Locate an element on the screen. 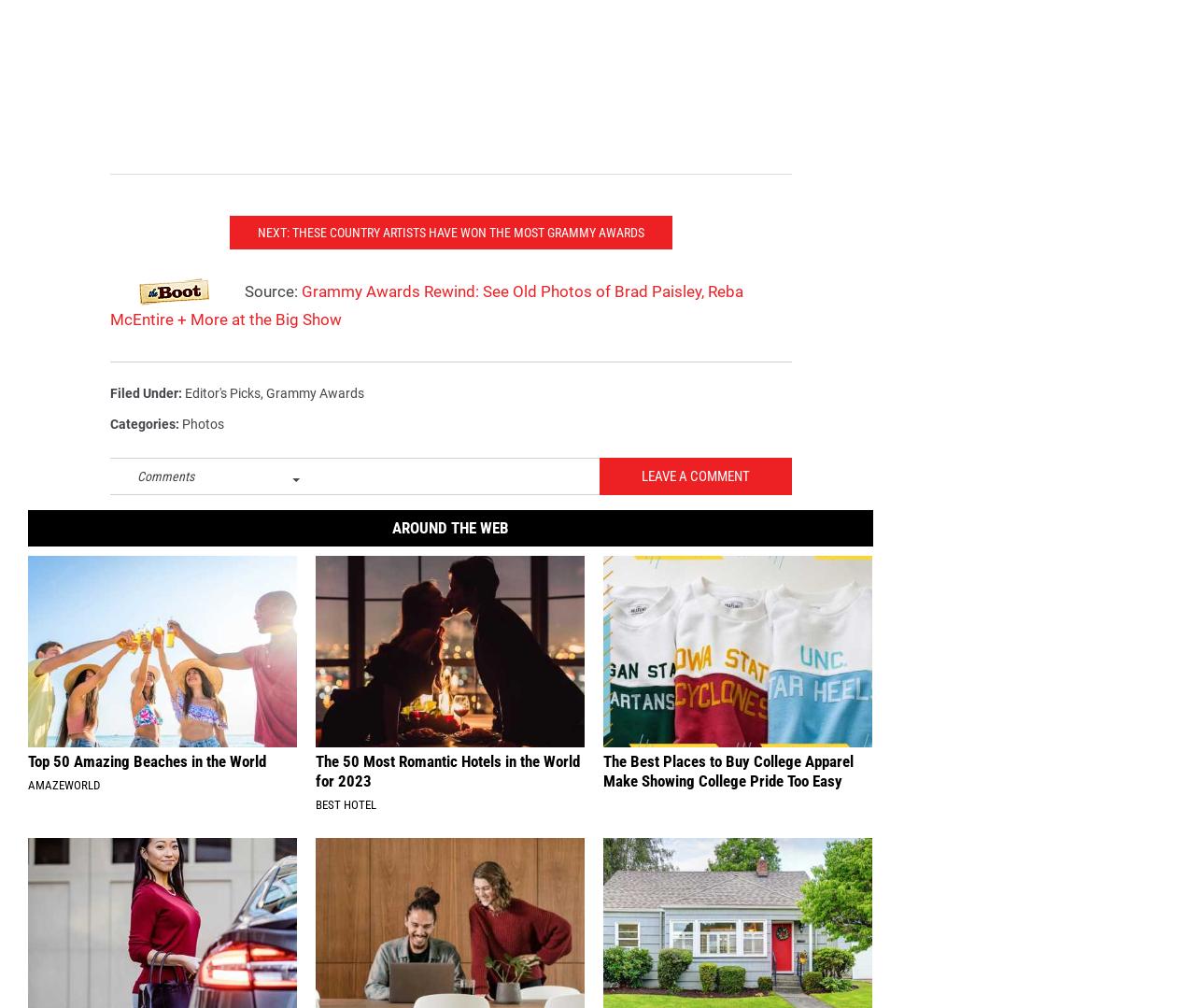 This screenshot has height=1008, width=1201. 'Source:' is located at coordinates (271, 320).